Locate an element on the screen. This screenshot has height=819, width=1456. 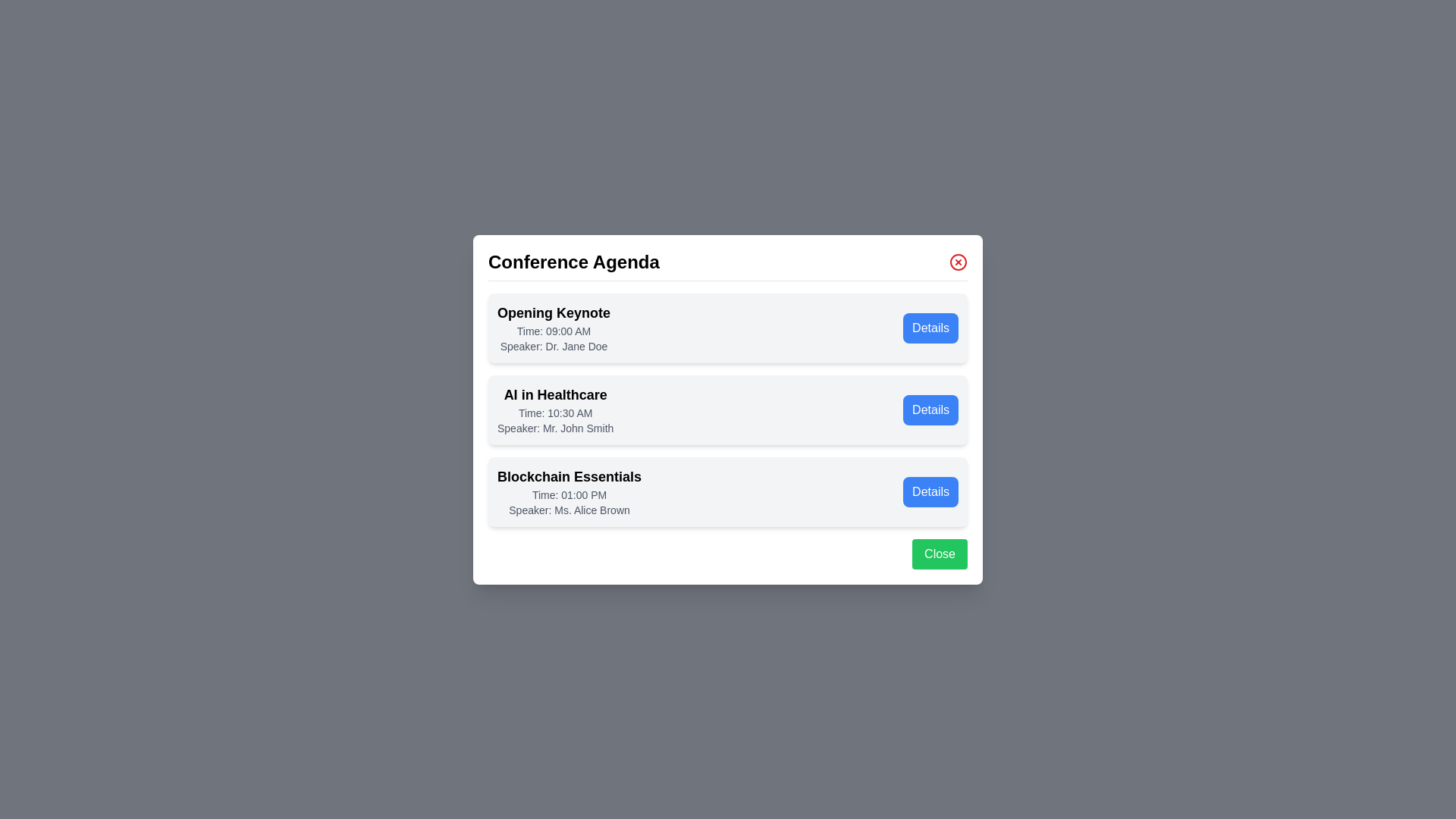
the agenda item Blockchain Essentials to observe its hover effect is located at coordinates (728, 491).